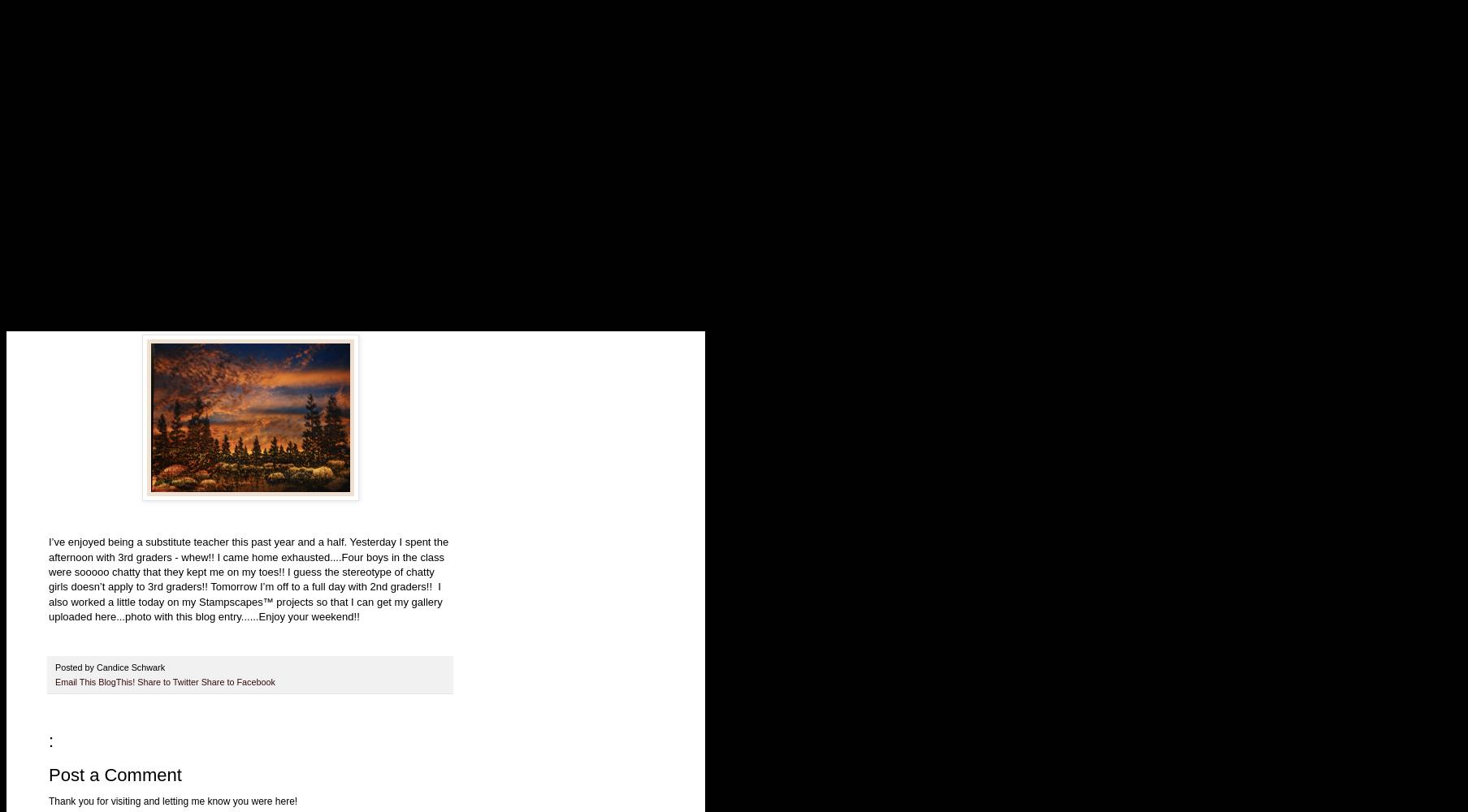  What do you see at coordinates (119, 203) in the screenshot?
I see `'Bible Journaling Ideas/Links'` at bounding box center [119, 203].